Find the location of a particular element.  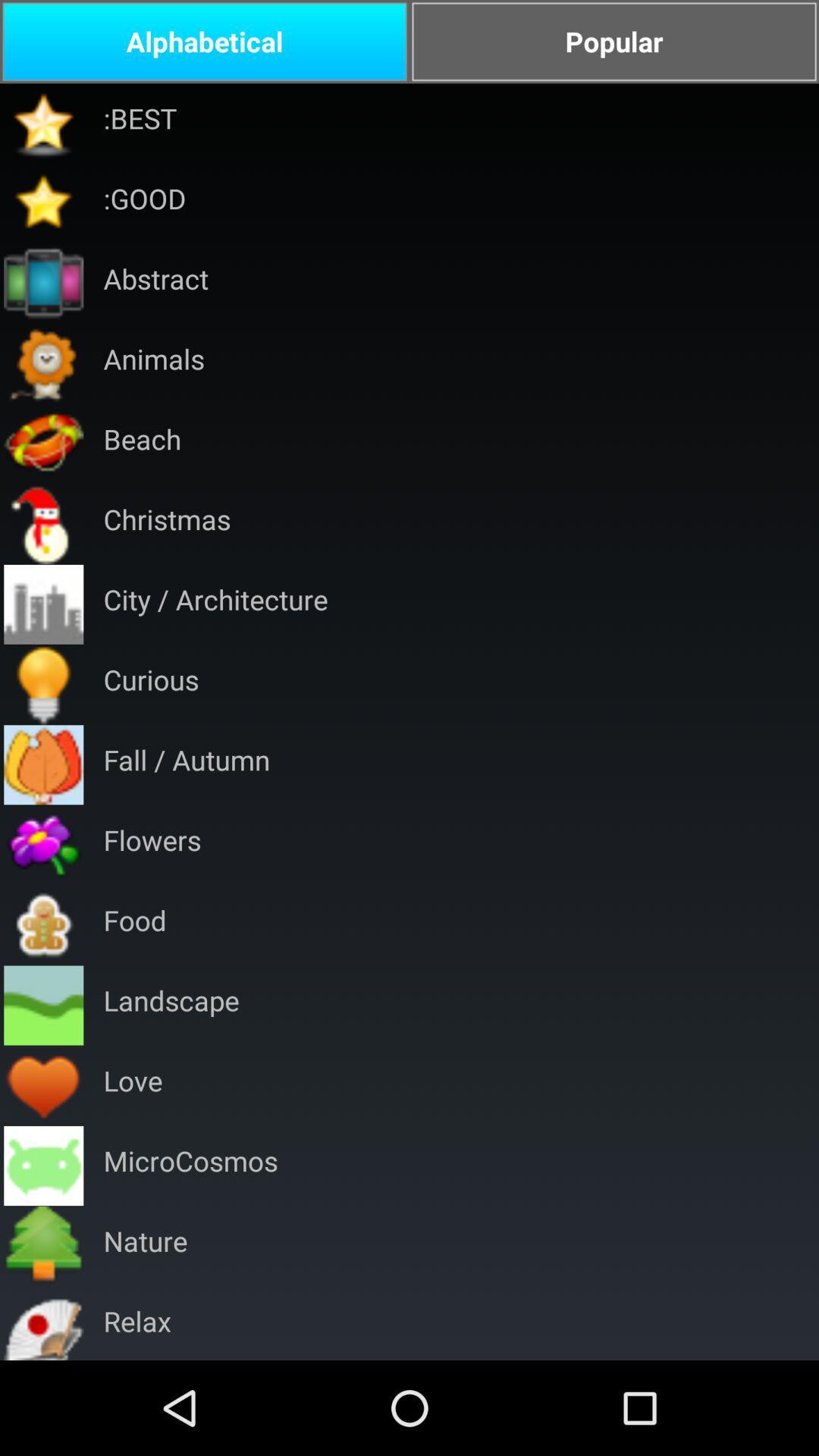

the relax item is located at coordinates (137, 1323).